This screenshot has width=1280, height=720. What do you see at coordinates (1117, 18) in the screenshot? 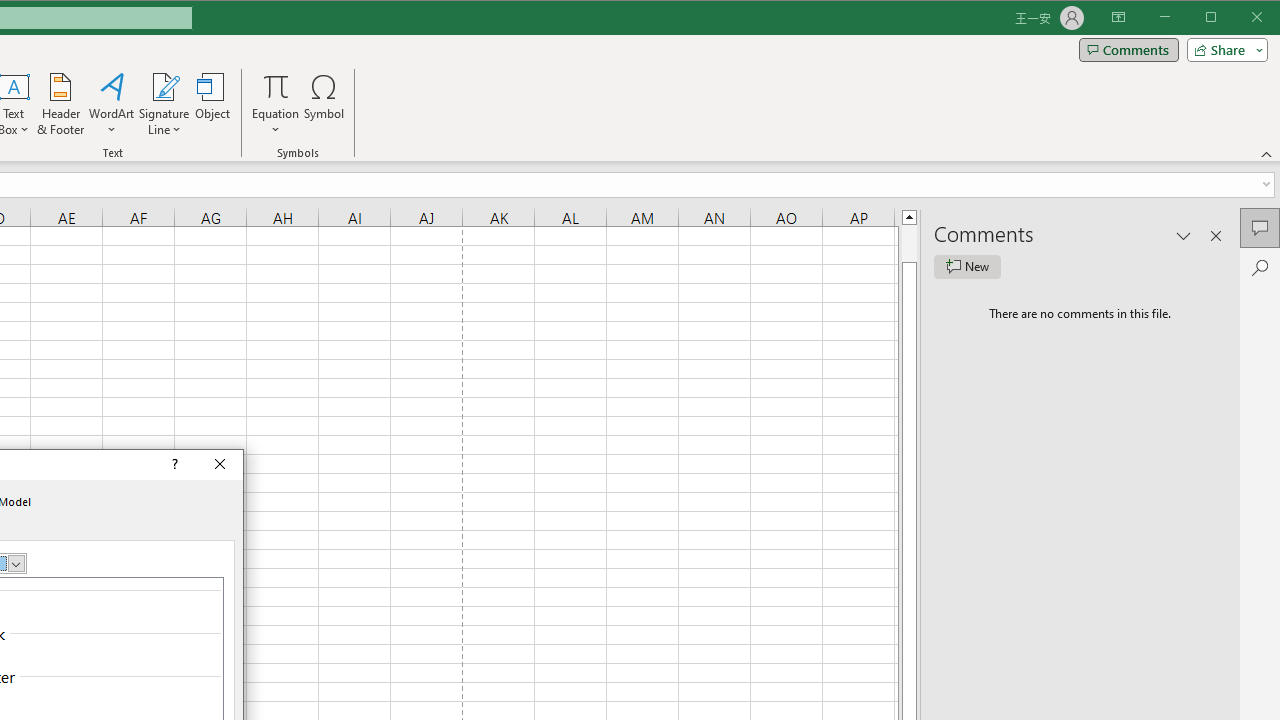
I see `'Ribbon Display Options'` at bounding box center [1117, 18].